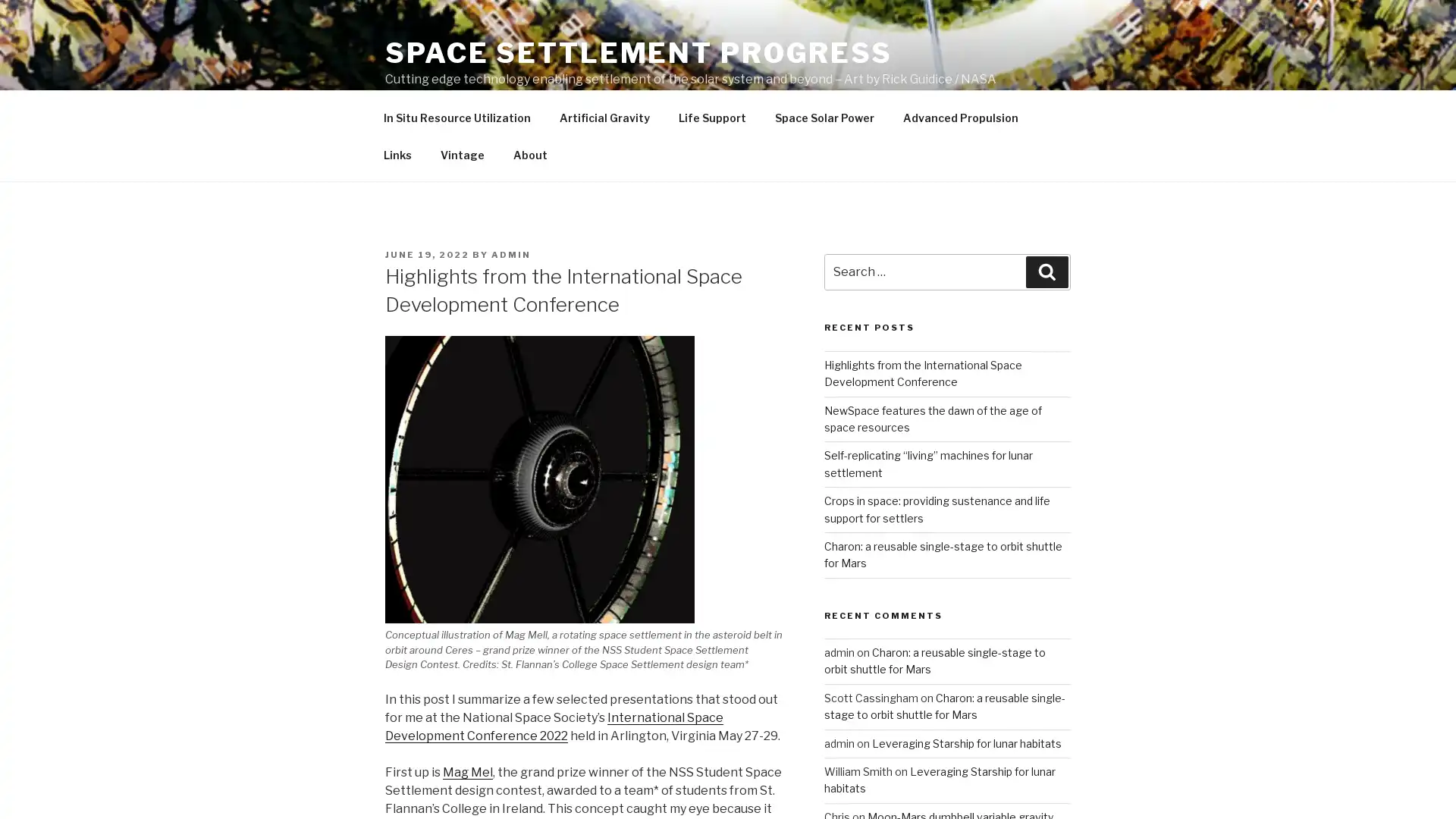 Image resolution: width=1456 pixels, height=819 pixels. Describe the element at coordinates (1046, 307) in the screenshot. I see `Search` at that location.